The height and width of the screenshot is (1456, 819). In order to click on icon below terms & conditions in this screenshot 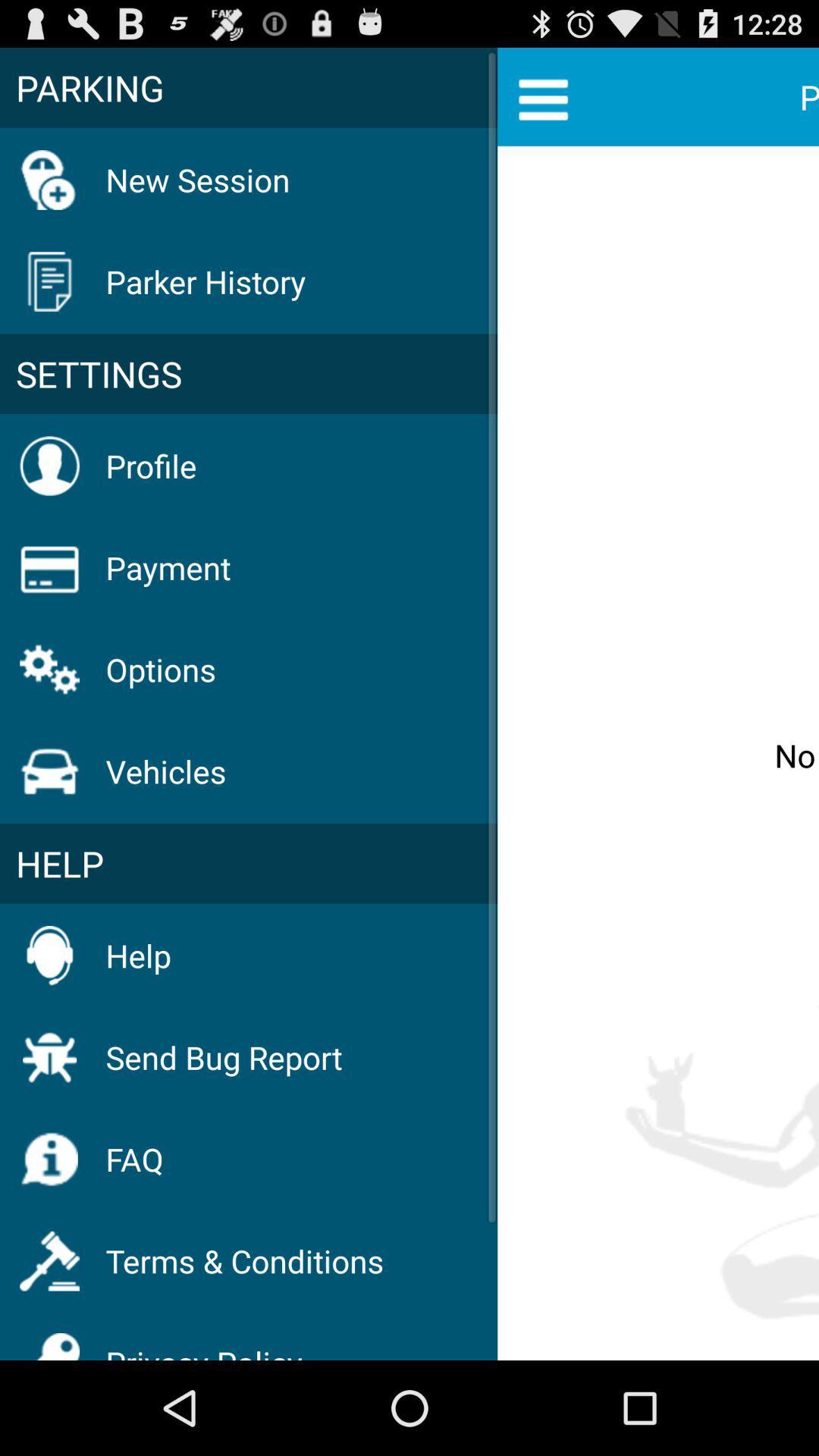, I will do `click(203, 1342)`.